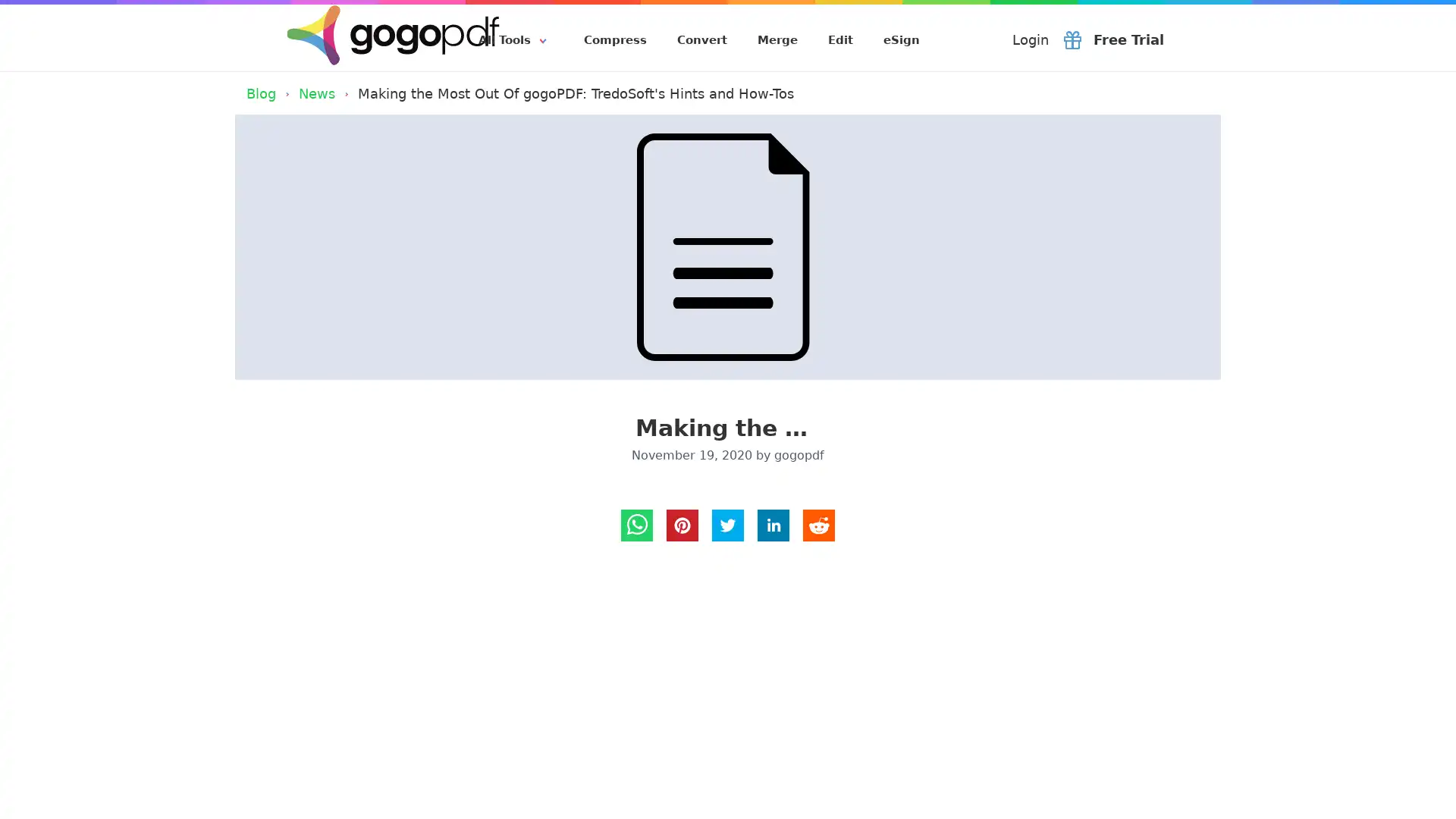 The width and height of the screenshot is (1456, 819). I want to click on whatsapp, so click(637, 525).